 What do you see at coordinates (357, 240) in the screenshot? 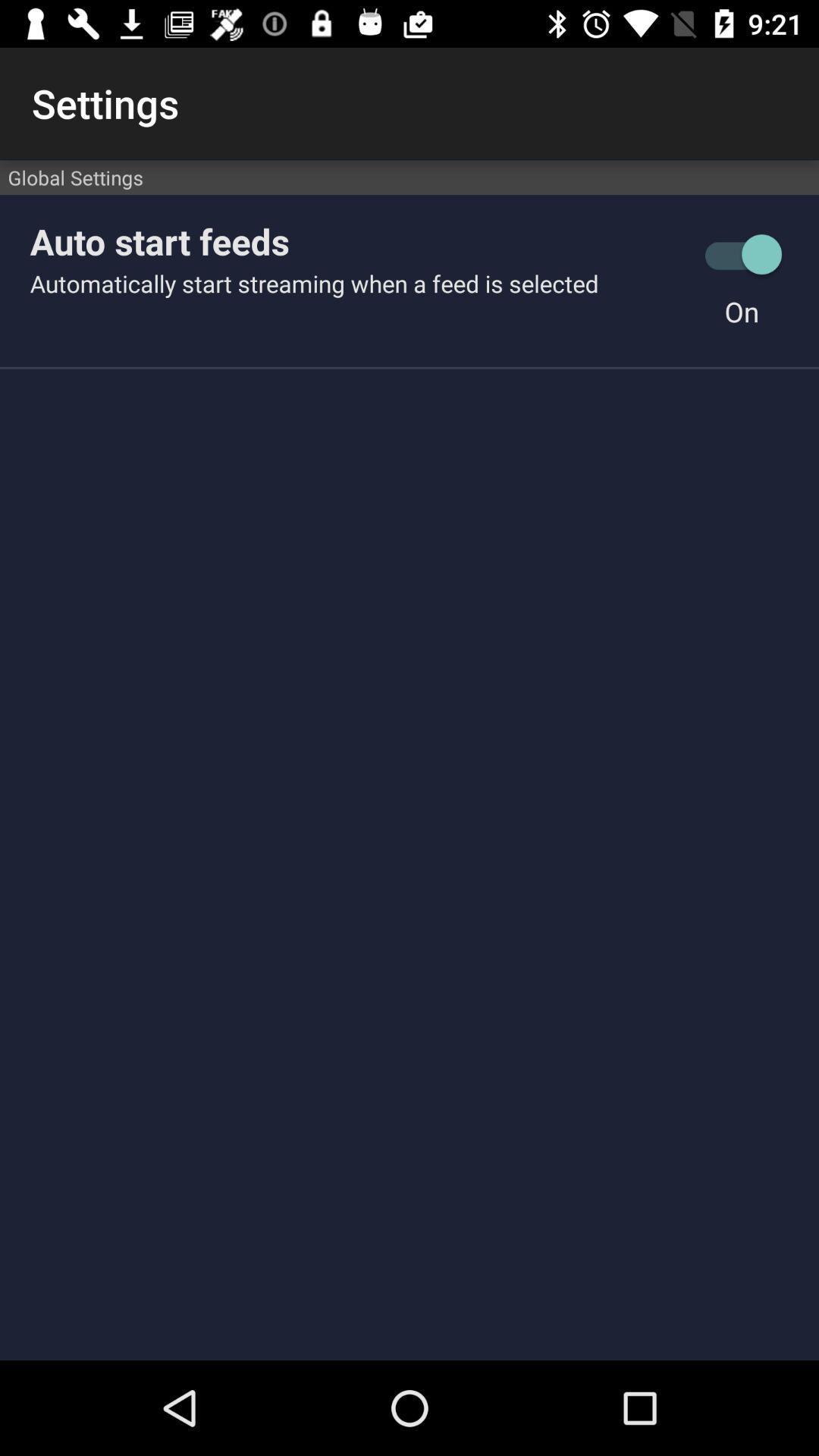
I see `the item above the automatically start streaming item` at bounding box center [357, 240].